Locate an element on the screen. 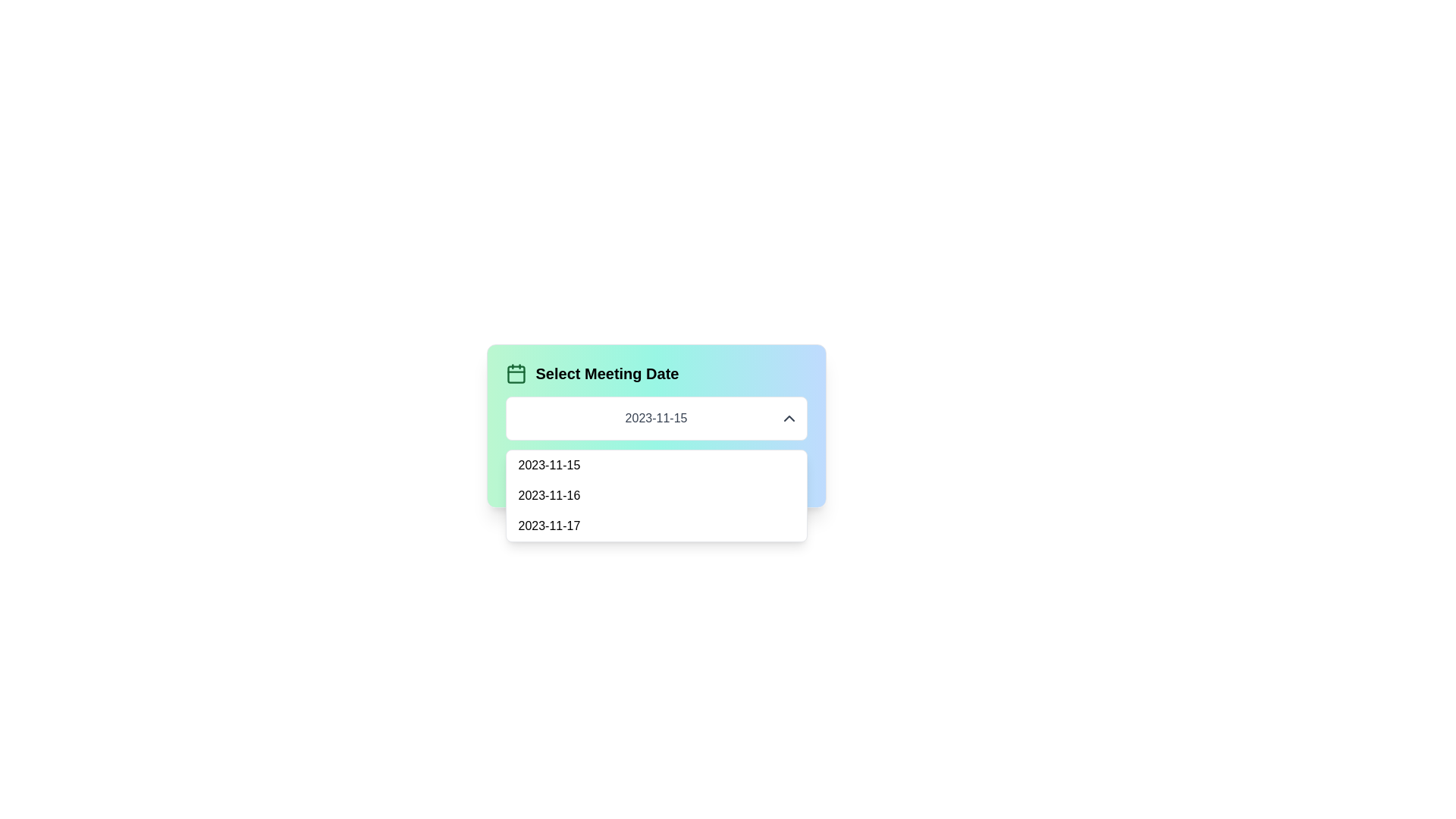 Image resolution: width=1456 pixels, height=819 pixels. the dropdown menu item displaying the date '2023-11-15' is located at coordinates (656, 472).